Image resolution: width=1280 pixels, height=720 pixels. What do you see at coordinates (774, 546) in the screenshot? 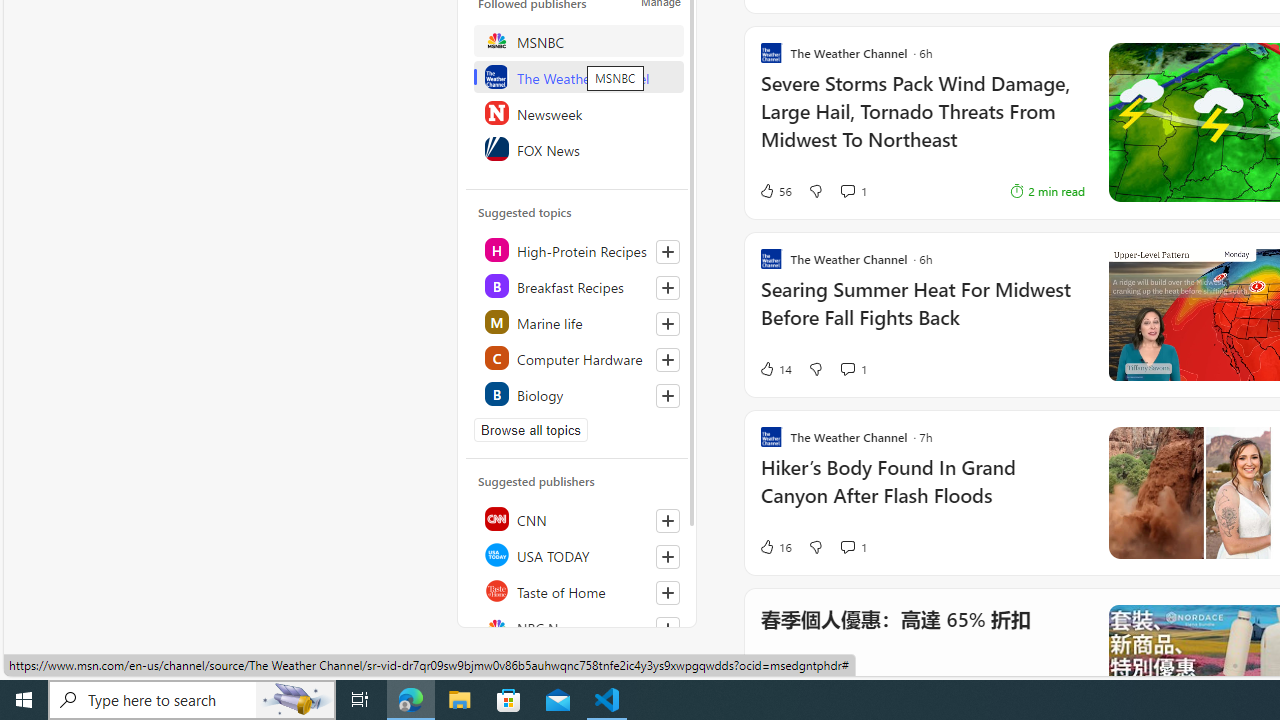
I see `'16 Like'` at bounding box center [774, 546].